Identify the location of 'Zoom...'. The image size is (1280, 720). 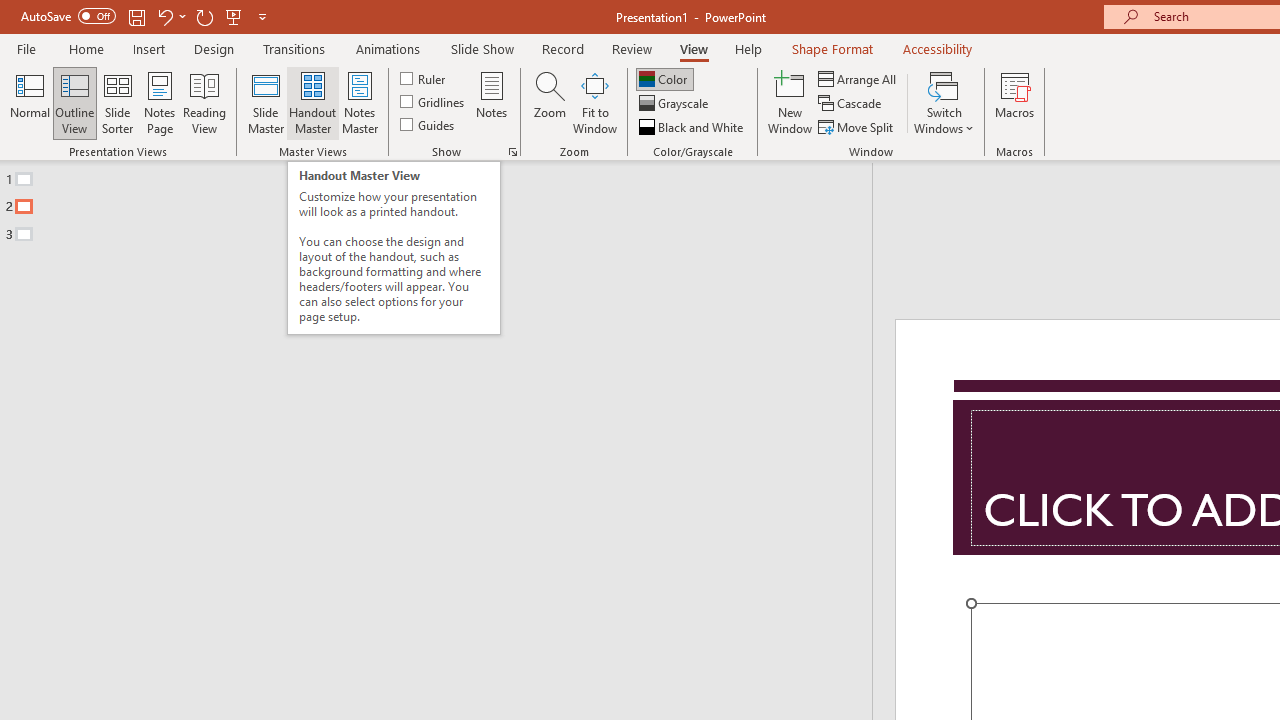
(549, 103).